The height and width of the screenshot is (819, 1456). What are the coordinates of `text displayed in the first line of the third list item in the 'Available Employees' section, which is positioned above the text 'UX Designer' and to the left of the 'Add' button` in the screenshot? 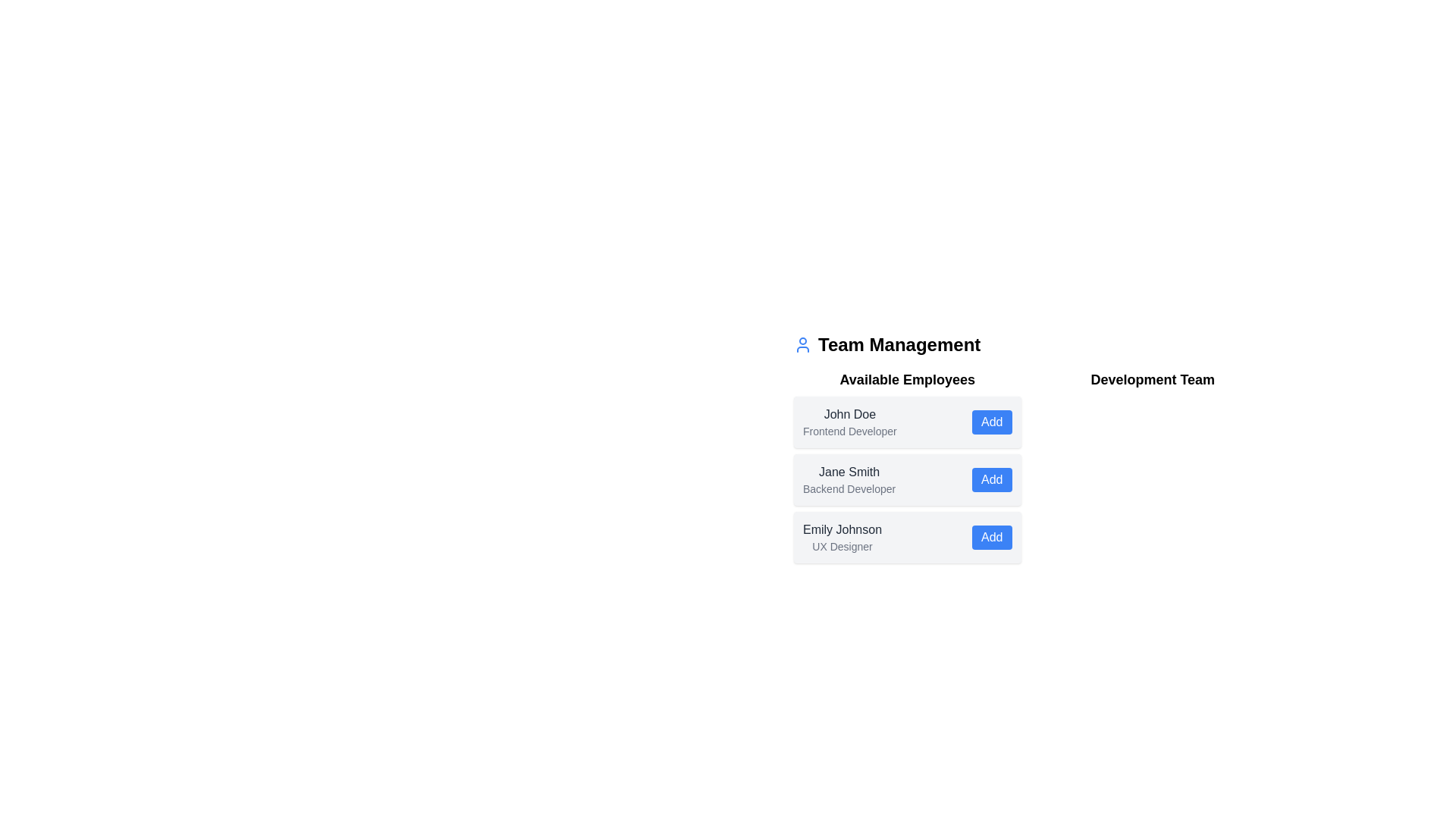 It's located at (842, 529).